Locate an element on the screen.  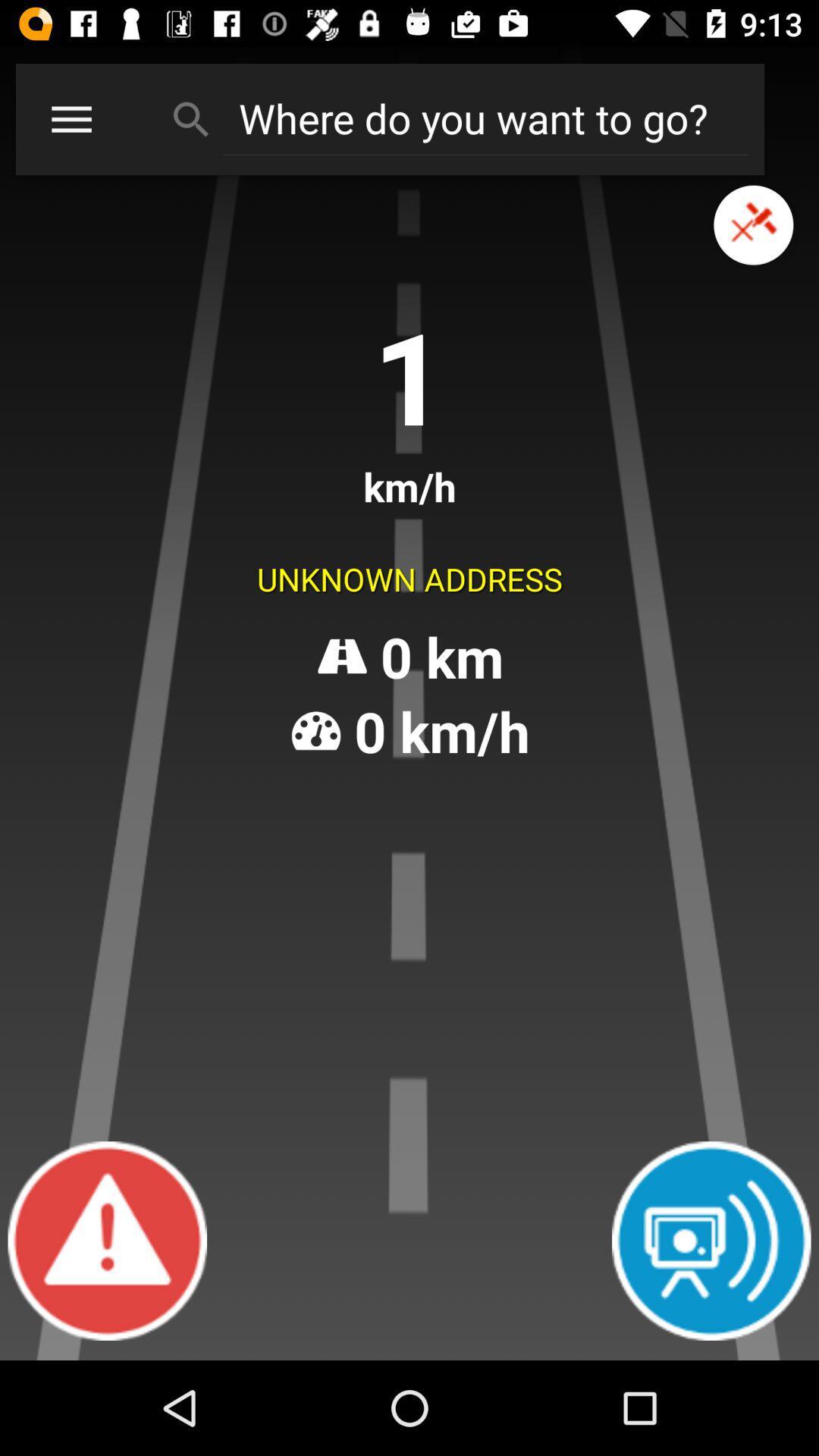
the close icon is located at coordinates (753, 240).